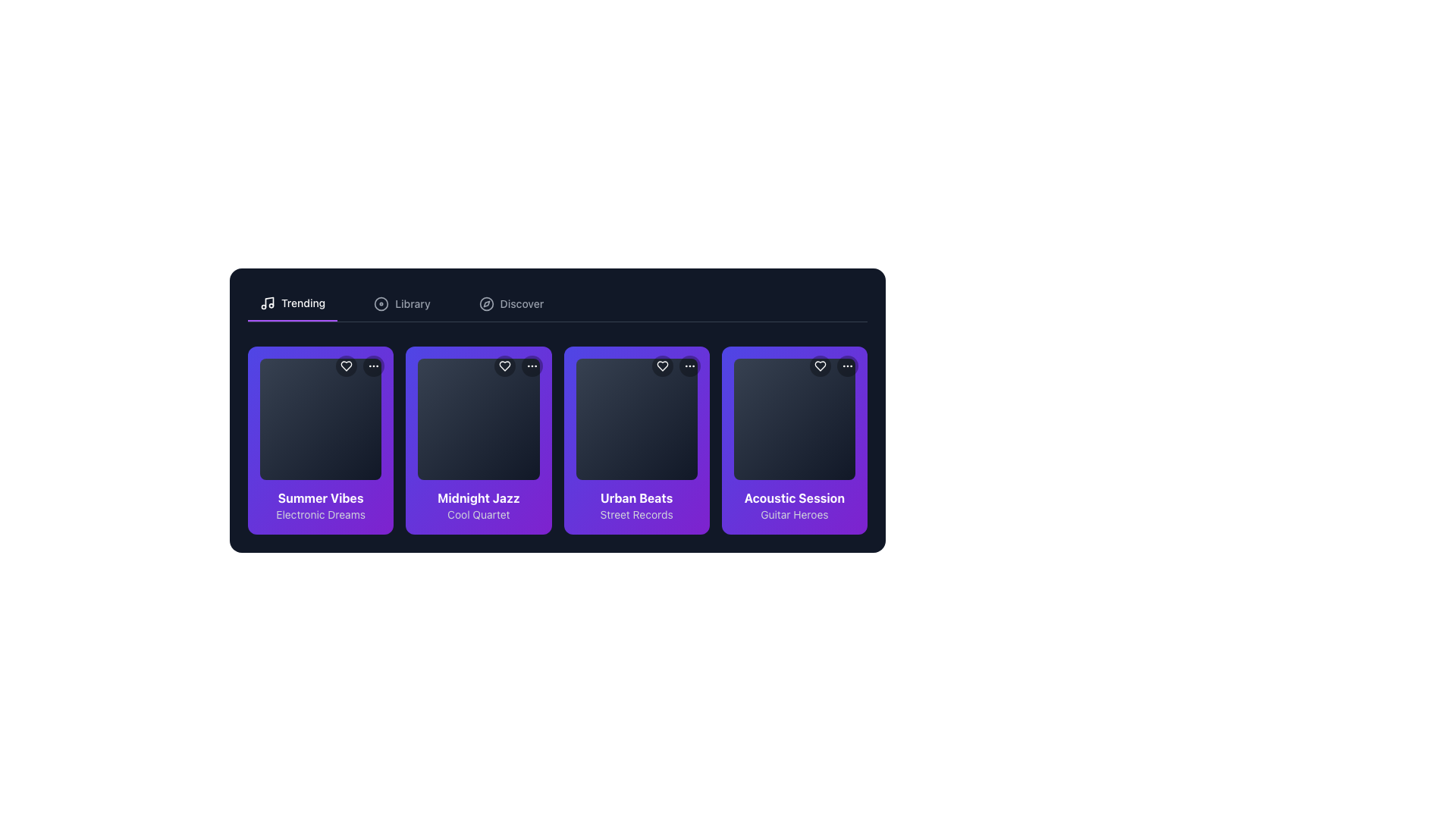 This screenshot has height=819, width=1456. What do you see at coordinates (819, 366) in the screenshot?
I see `the heart-shaped icon in the upper right corner of the 'Acoustic Session' card` at bounding box center [819, 366].